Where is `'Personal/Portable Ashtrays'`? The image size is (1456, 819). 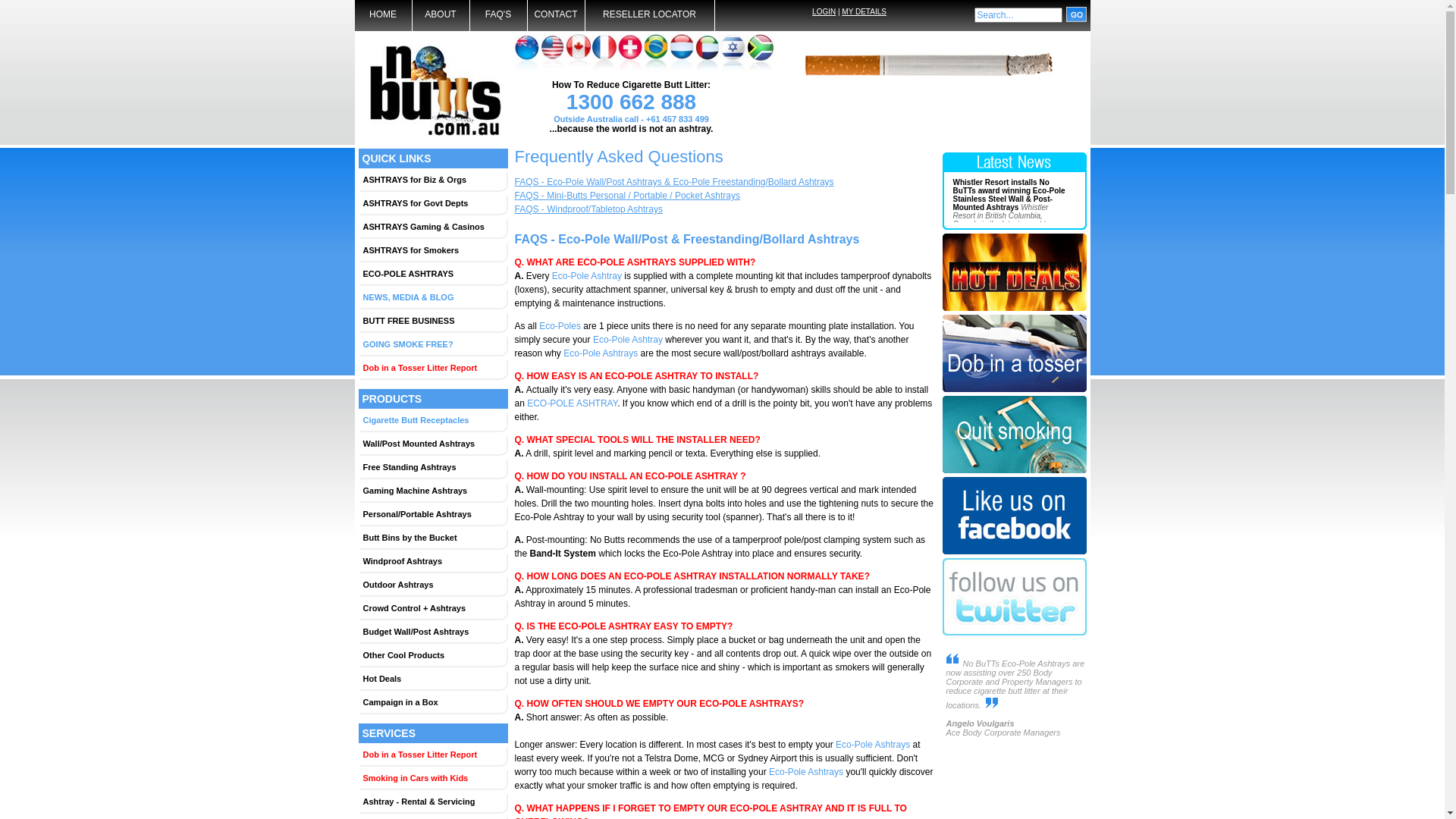
'Personal/Portable Ashtrays' is located at coordinates (359, 513).